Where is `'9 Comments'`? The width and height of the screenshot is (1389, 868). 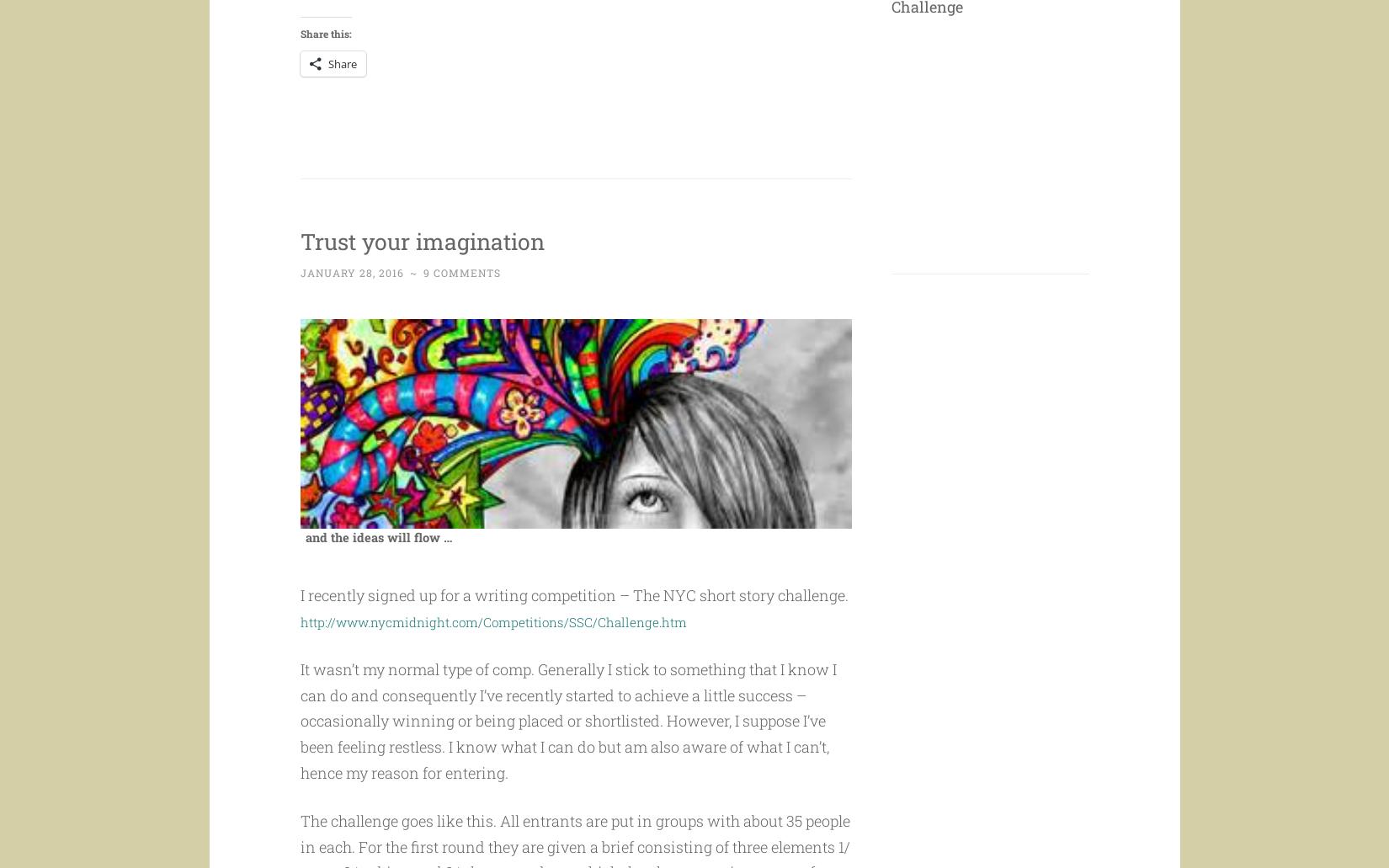 '9 Comments' is located at coordinates (460, 305).